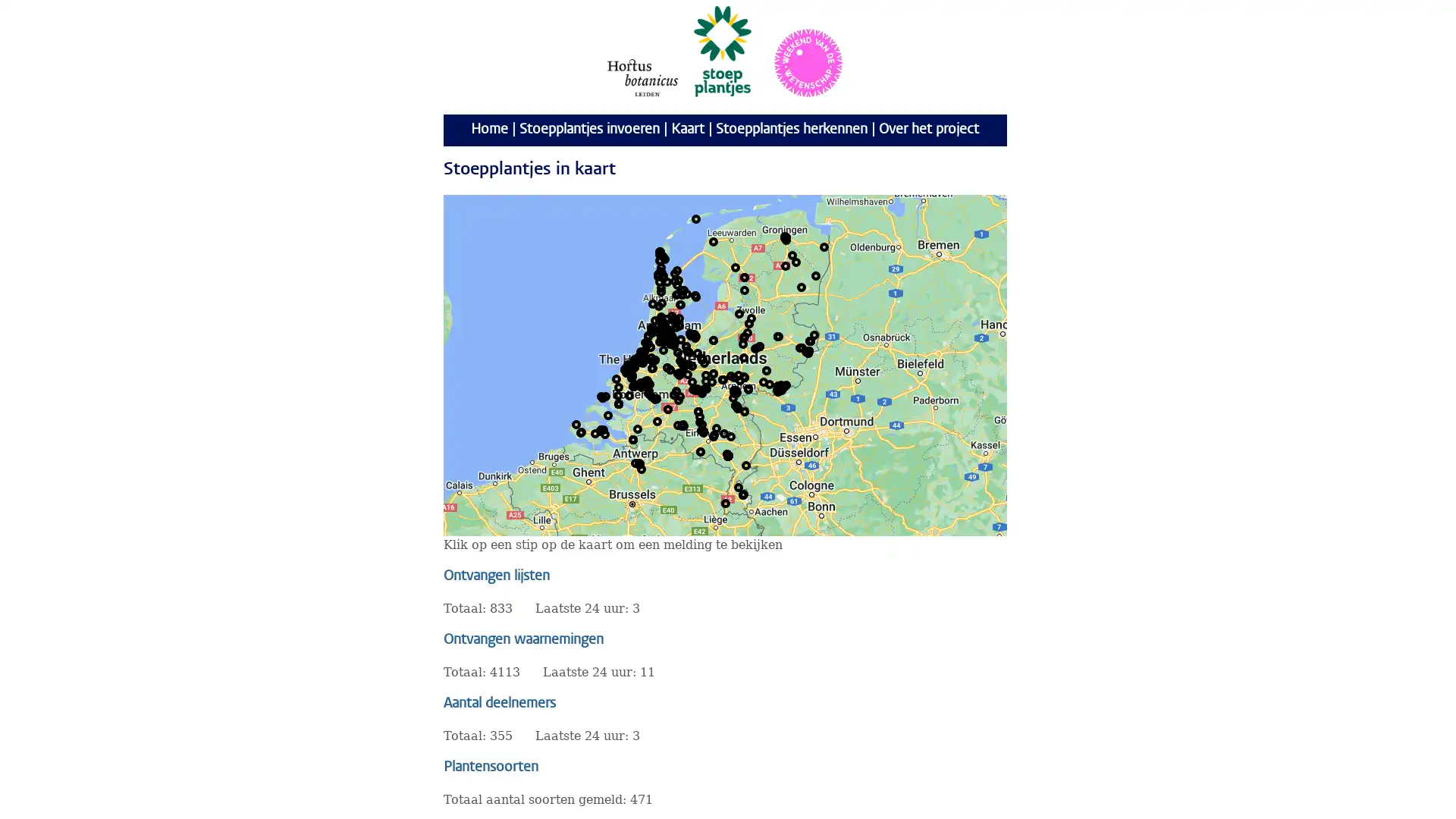  What do you see at coordinates (664, 336) in the screenshot?
I see `Telling van op 19 januari 2022` at bounding box center [664, 336].